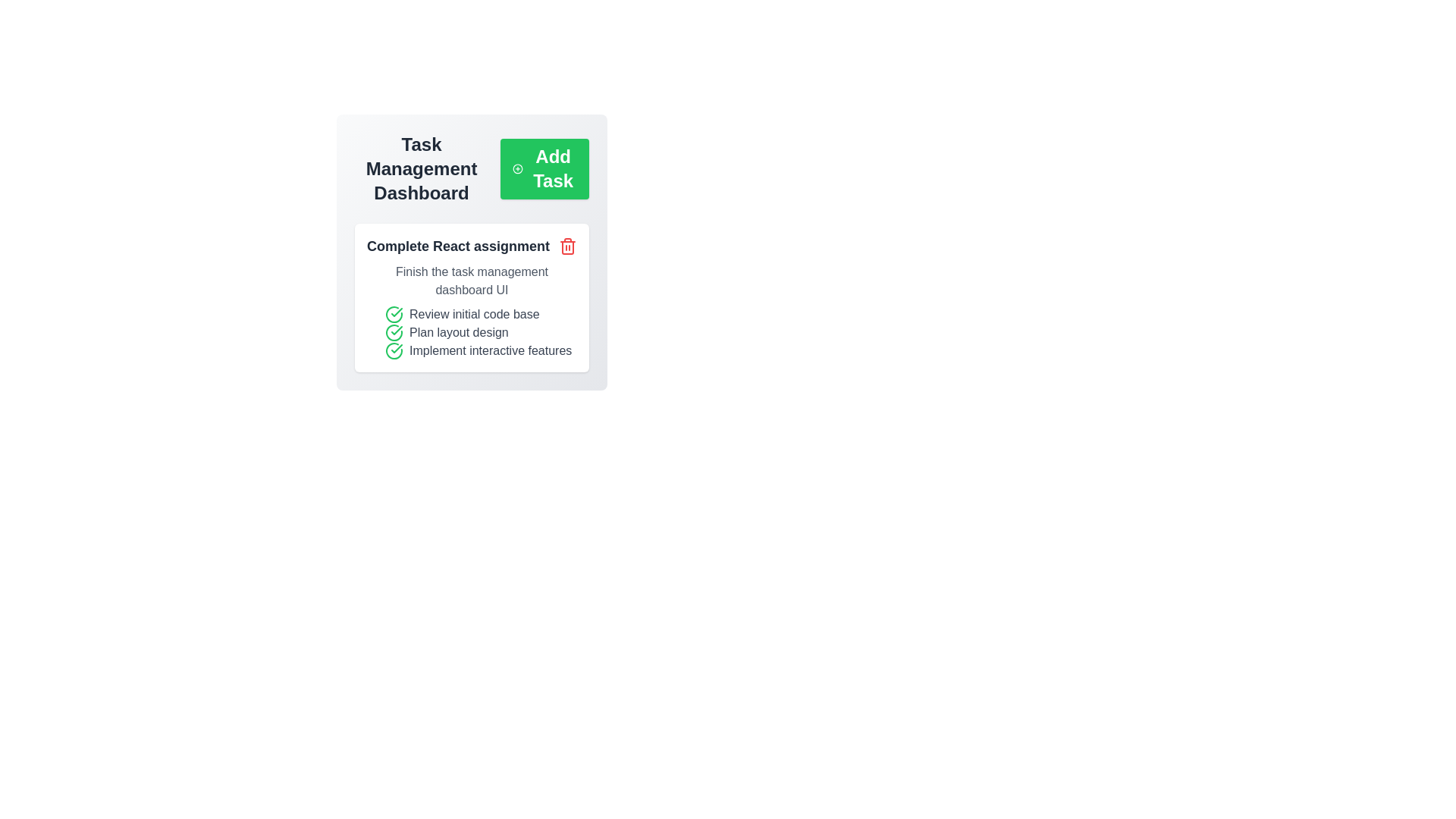  Describe the element at coordinates (394, 332) in the screenshot. I see `the Icon (SVG element) that signifies the completion of the 'Plan layout design' task, located to the left of the task text` at that location.